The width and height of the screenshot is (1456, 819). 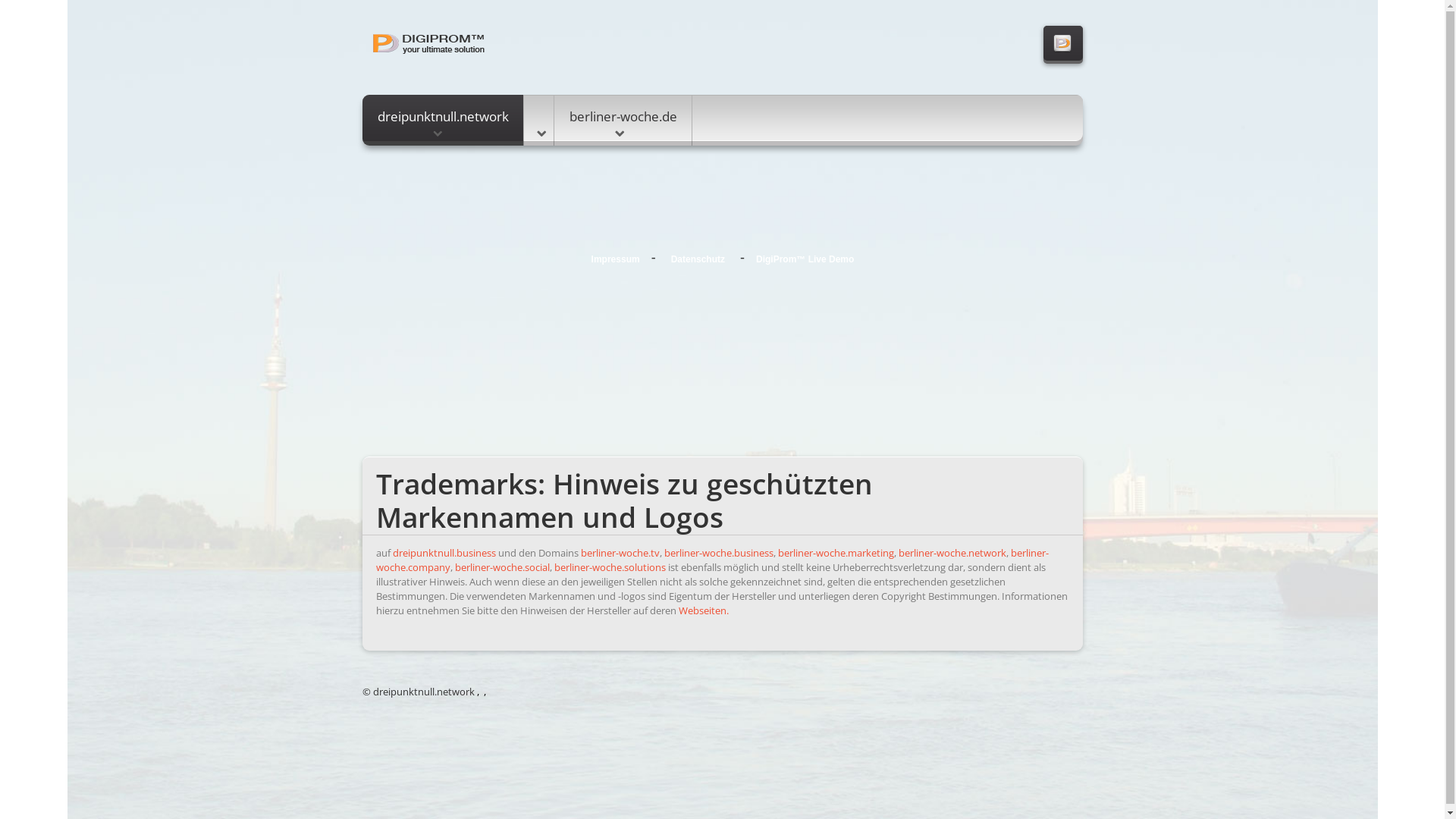 What do you see at coordinates (718, 553) in the screenshot?
I see `'berliner-woche.business'` at bounding box center [718, 553].